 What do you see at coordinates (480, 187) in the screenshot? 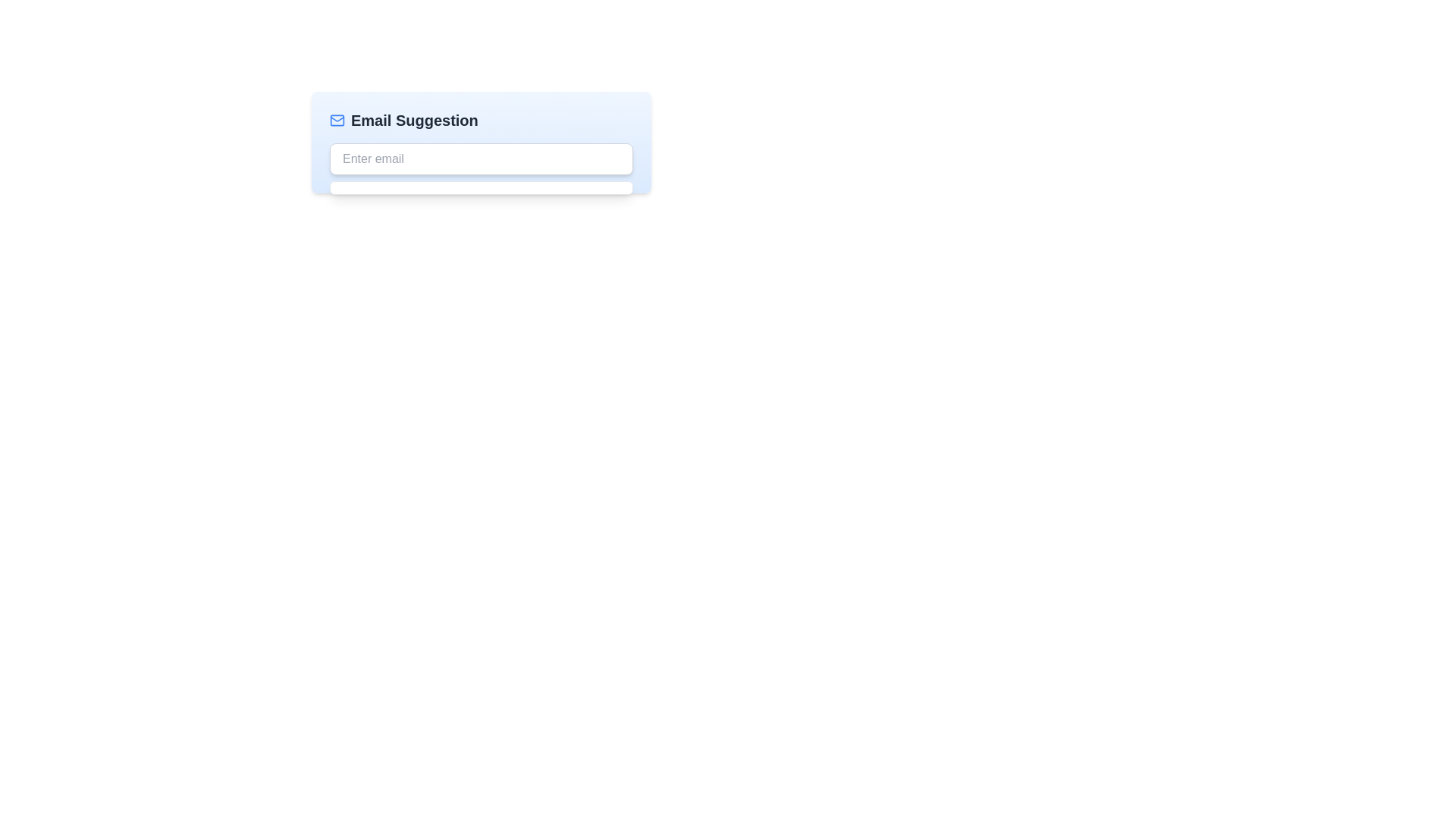
I see `the horizontal bar located directly underneath the 'Enter email' input field` at bounding box center [480, 187].